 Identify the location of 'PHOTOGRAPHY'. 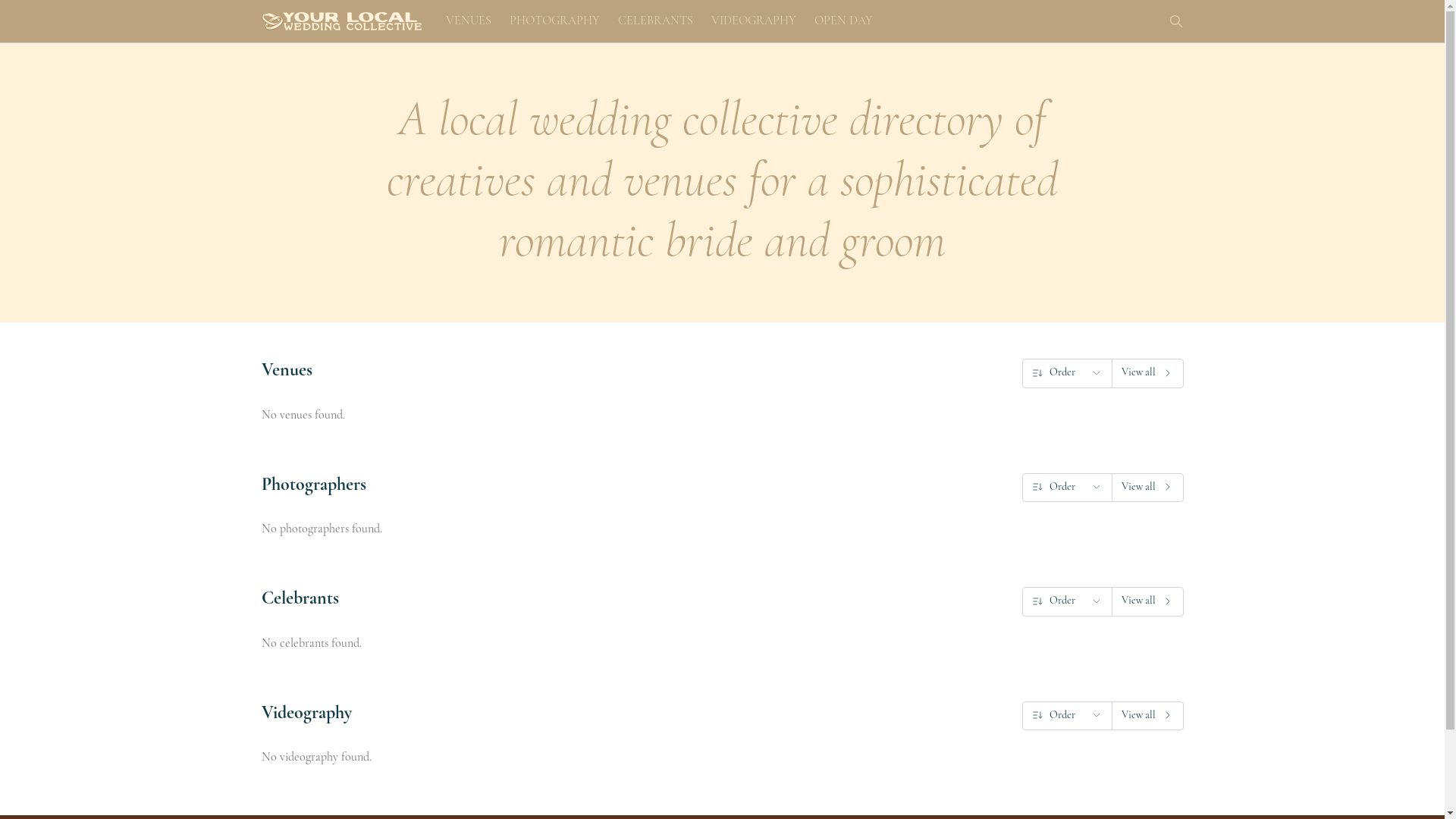
(554, 20).